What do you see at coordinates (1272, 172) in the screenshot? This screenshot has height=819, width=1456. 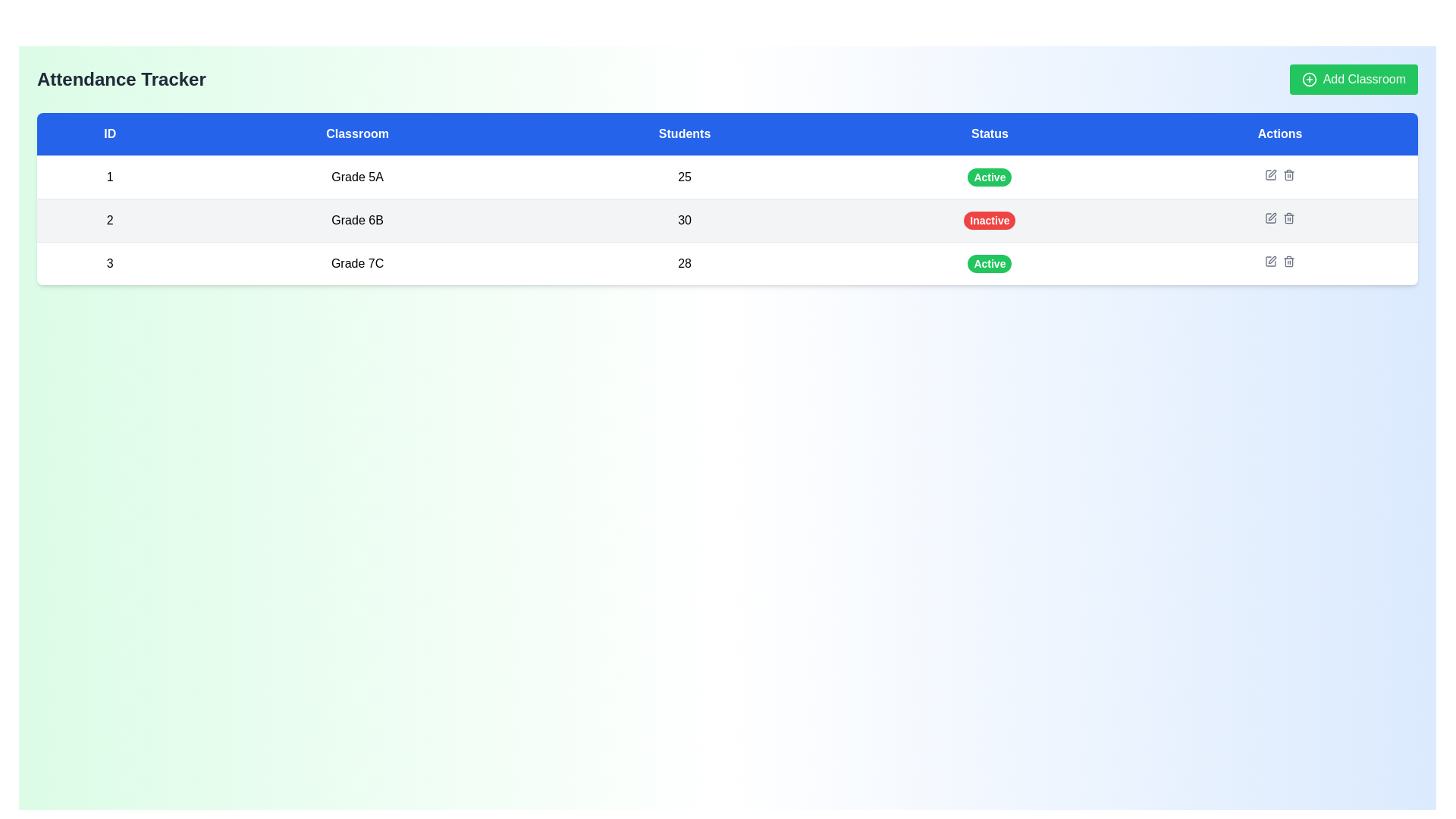 I see `the stylized pen icon located in the 'Actions' column of the second row for the classroom 'Grade 6B' to initiate editing` at bounding box center [1272, 172].